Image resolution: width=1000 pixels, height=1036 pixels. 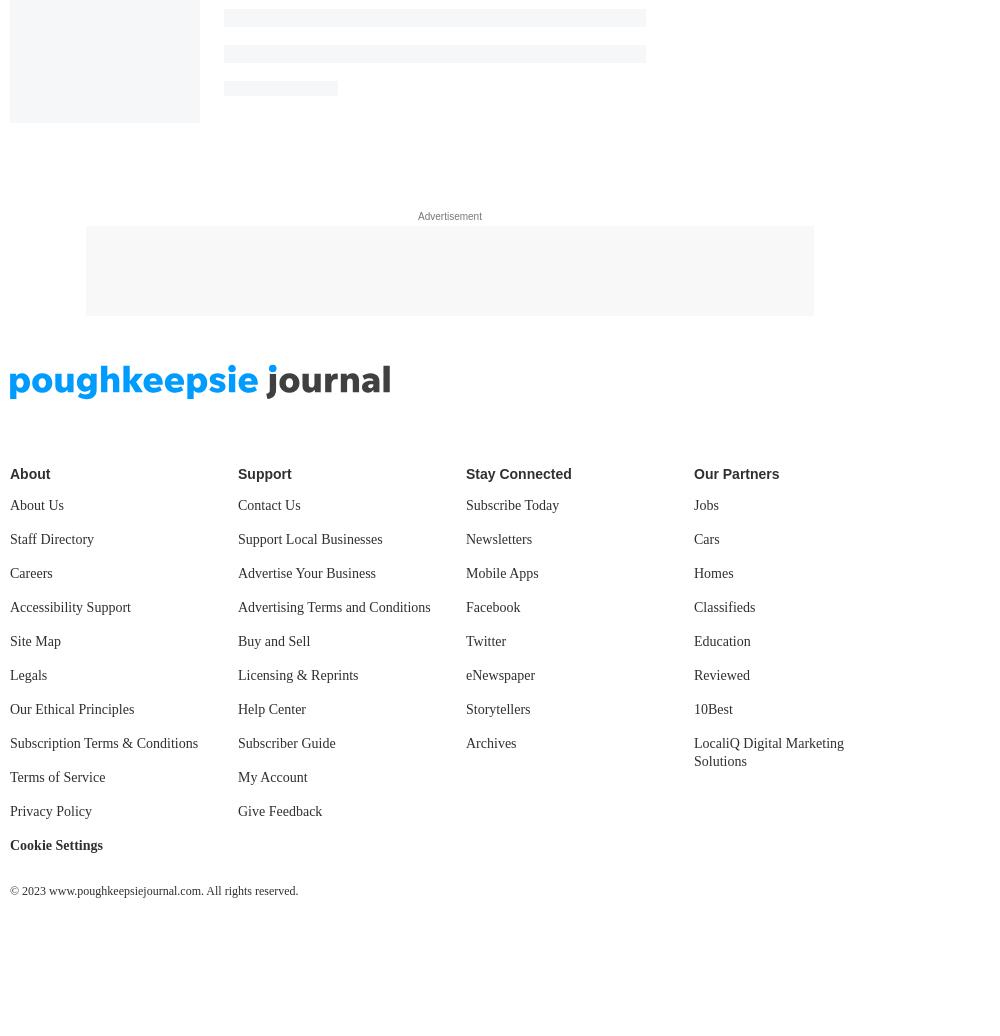 I want to click on '10Best', so click(x=693, y=708).